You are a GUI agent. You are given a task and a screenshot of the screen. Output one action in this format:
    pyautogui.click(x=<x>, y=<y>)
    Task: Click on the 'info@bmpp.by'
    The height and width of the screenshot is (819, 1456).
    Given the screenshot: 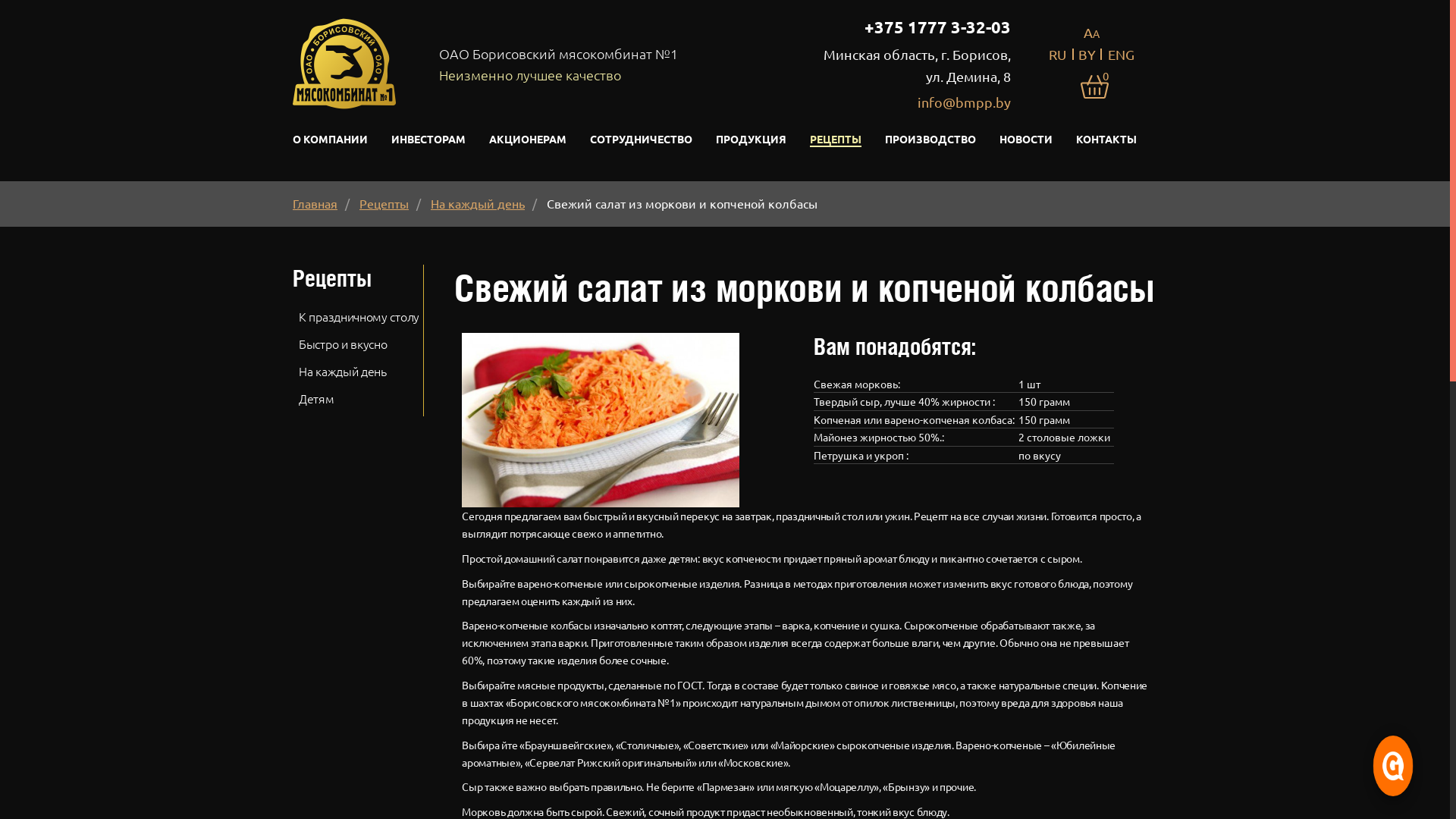 What is the action you would take?
    pyautogui.click(x=916, y=102)
    